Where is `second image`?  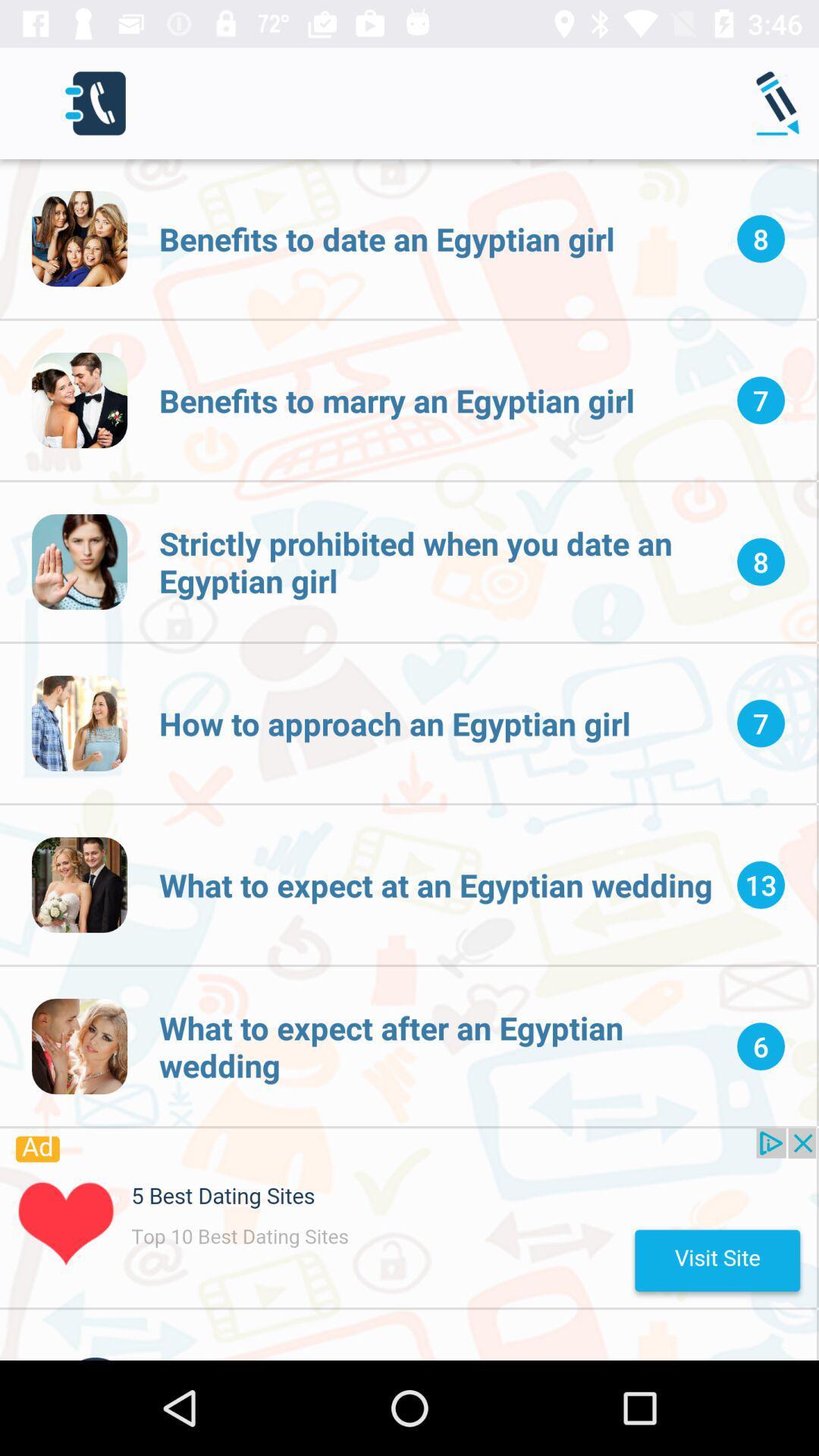
second image is located at coordinates (79, 400).